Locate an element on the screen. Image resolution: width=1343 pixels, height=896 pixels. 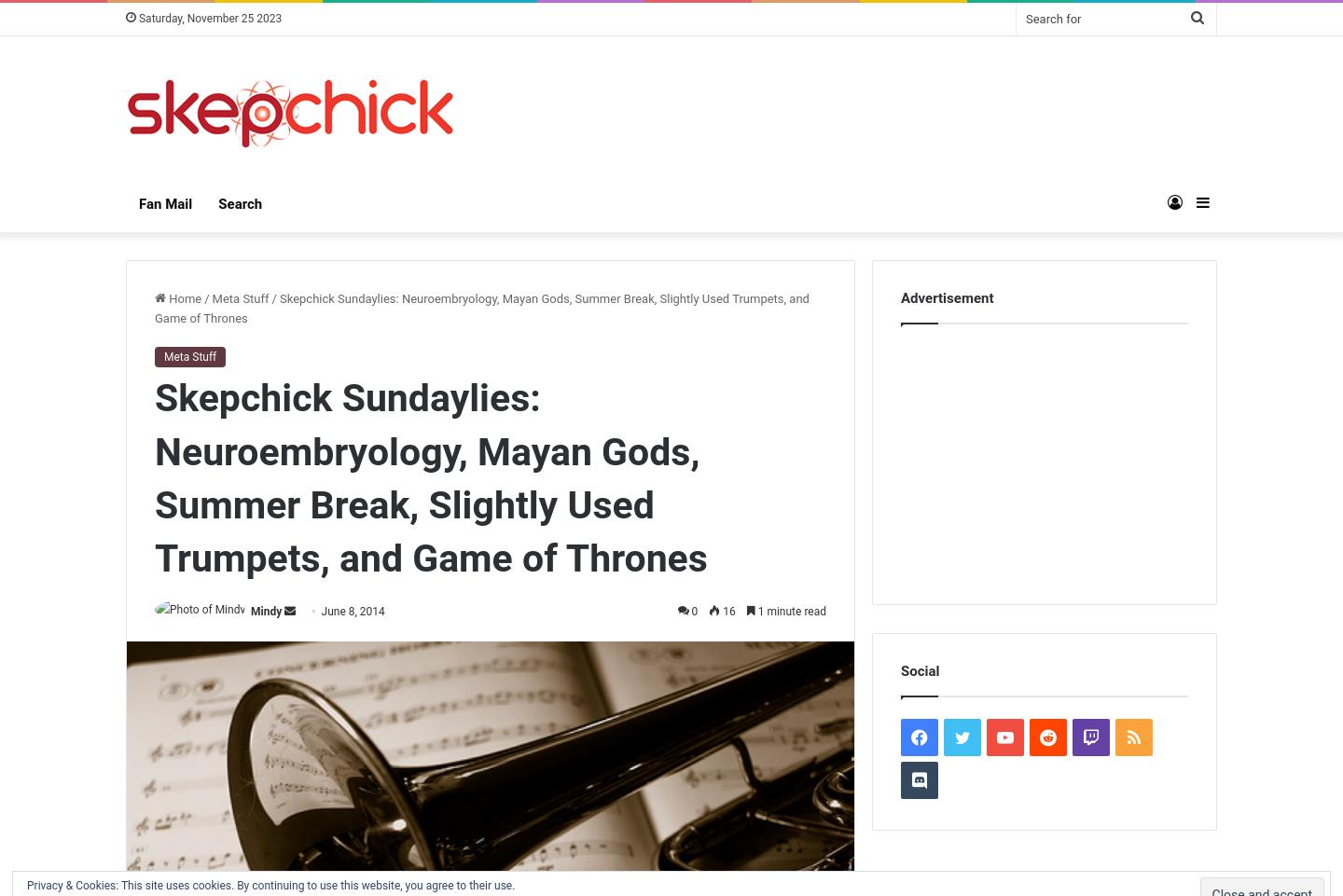
'Social' is located at coordinates (919, 670).